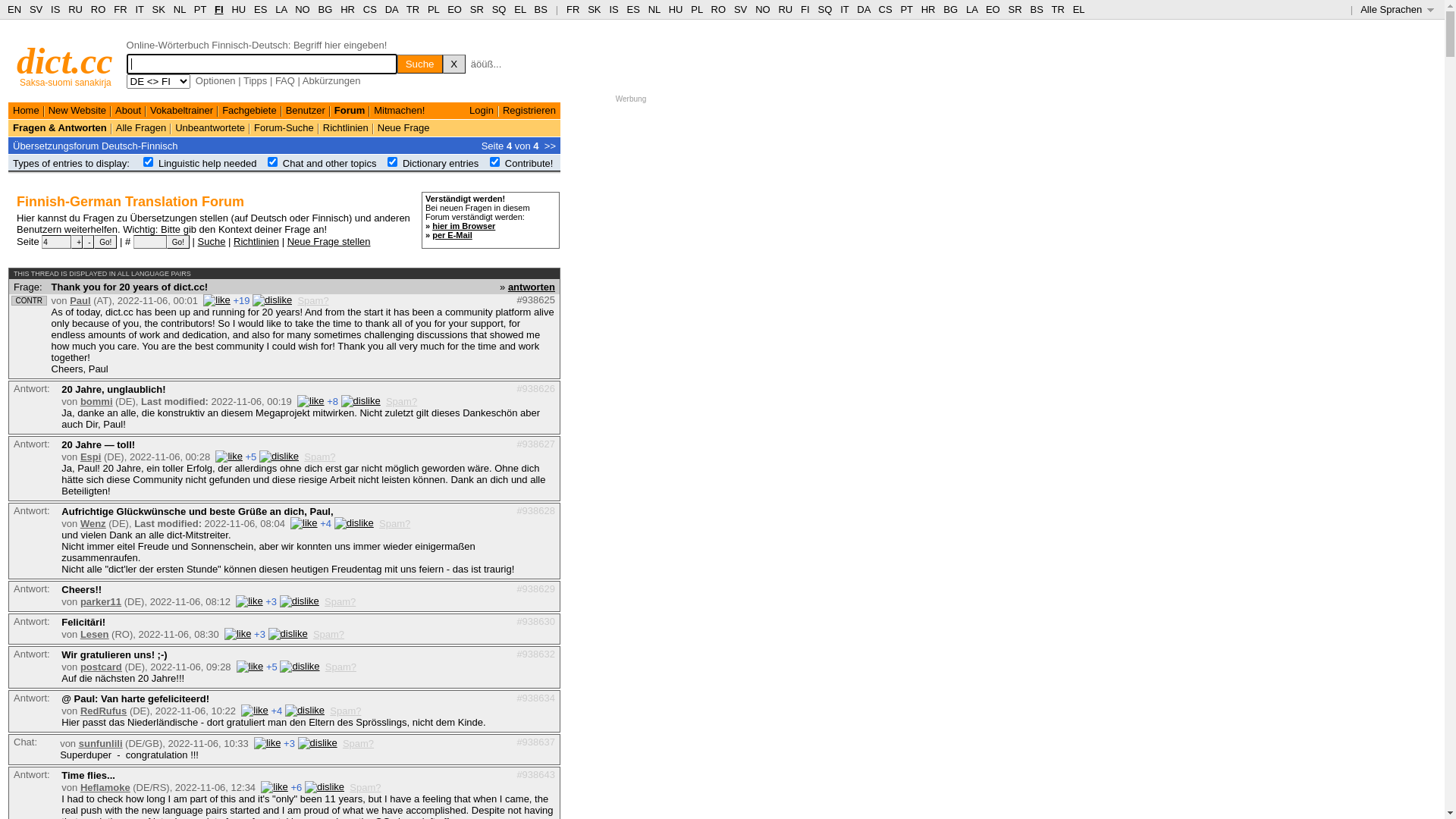 Image resolution: width=1456 pixels, height=819 pixels. Describe the element at coordinates (763, 9) in the screenshot. I see `'NO'` at that location.